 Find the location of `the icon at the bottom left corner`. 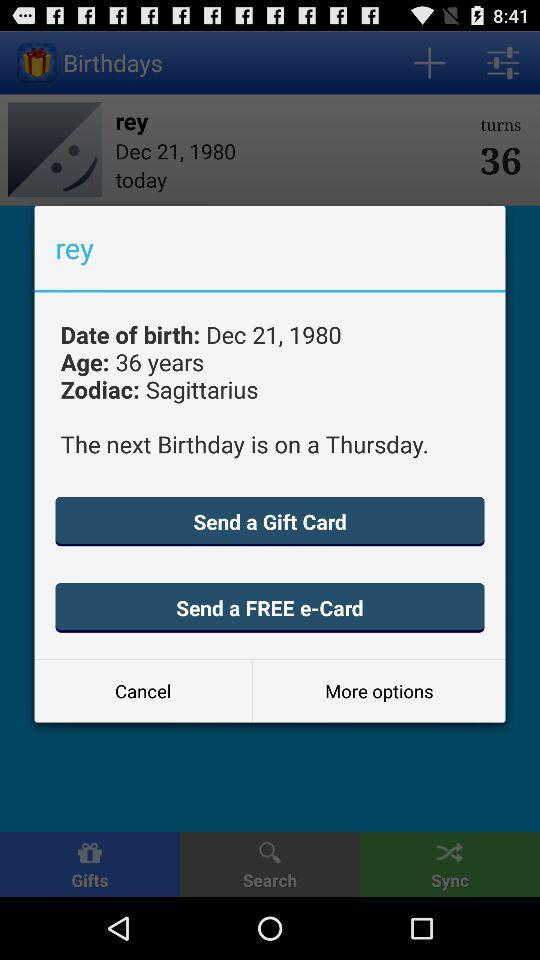

the icon at the bottom left corner is located at coordinates (142, 691).